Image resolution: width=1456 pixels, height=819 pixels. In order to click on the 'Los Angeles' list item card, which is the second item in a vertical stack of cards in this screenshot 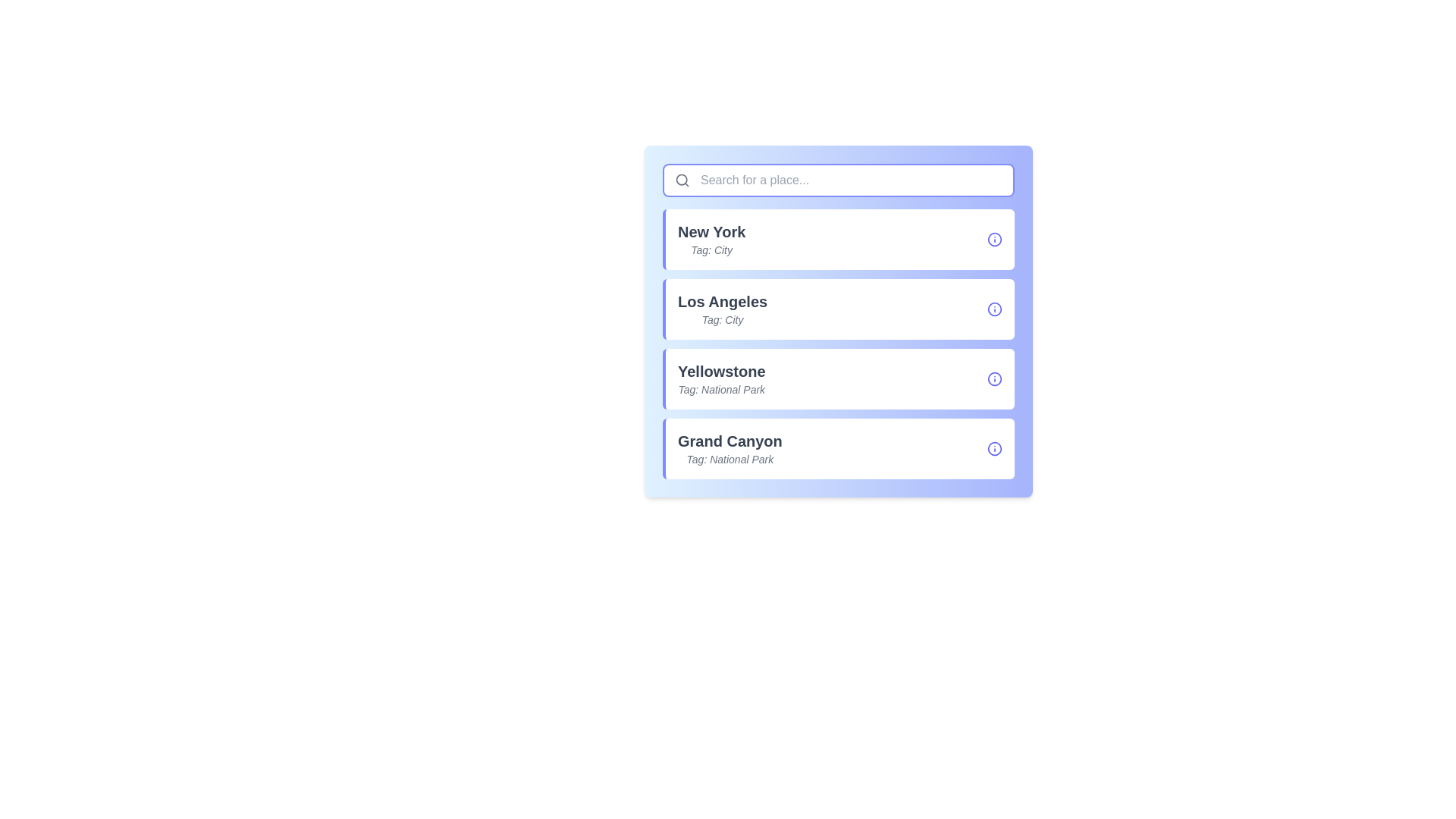, I will do `click(837, 321)`.